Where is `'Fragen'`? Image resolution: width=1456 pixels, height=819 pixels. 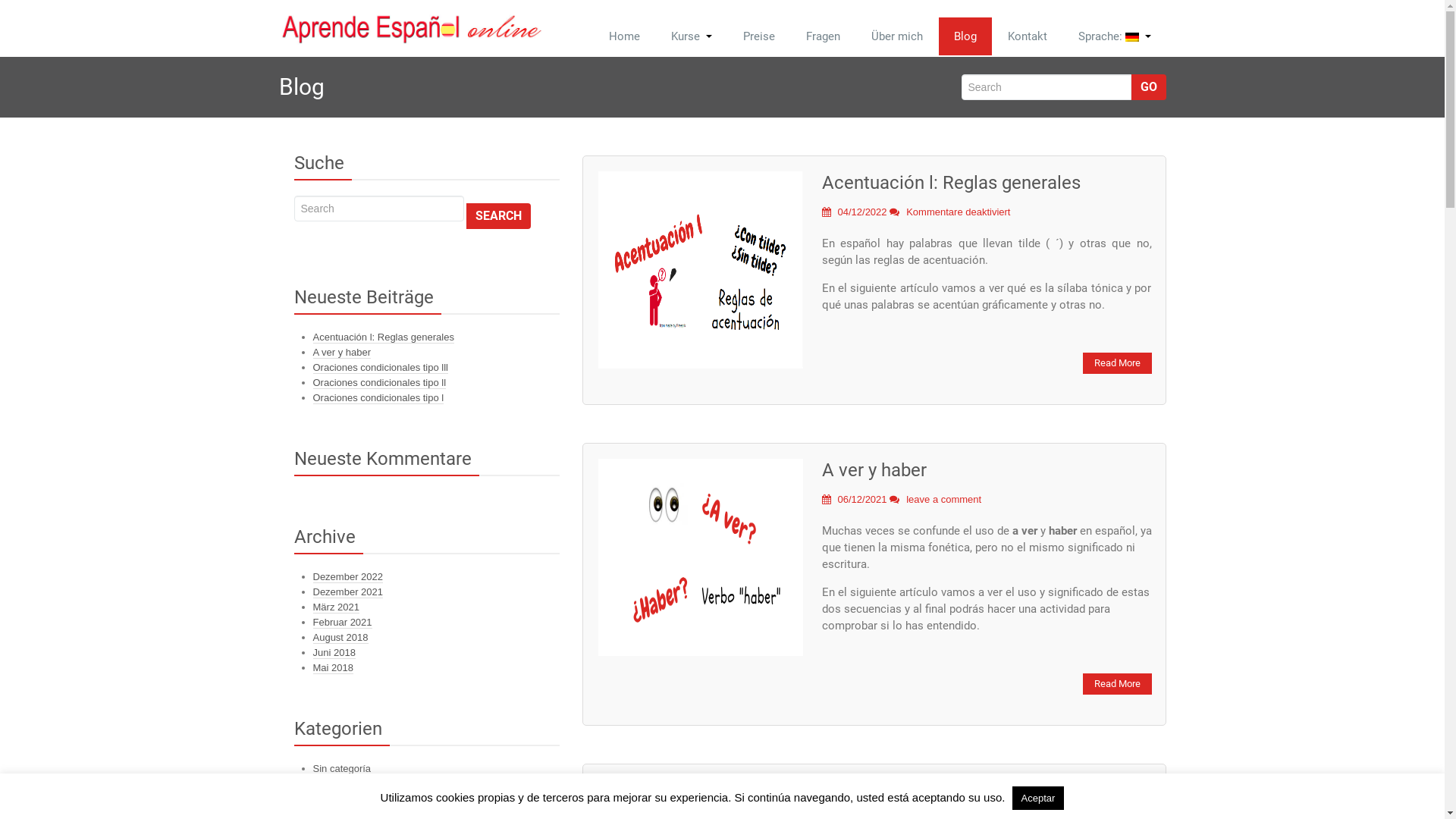 'Fragen' is located at coordinates (821, 35).